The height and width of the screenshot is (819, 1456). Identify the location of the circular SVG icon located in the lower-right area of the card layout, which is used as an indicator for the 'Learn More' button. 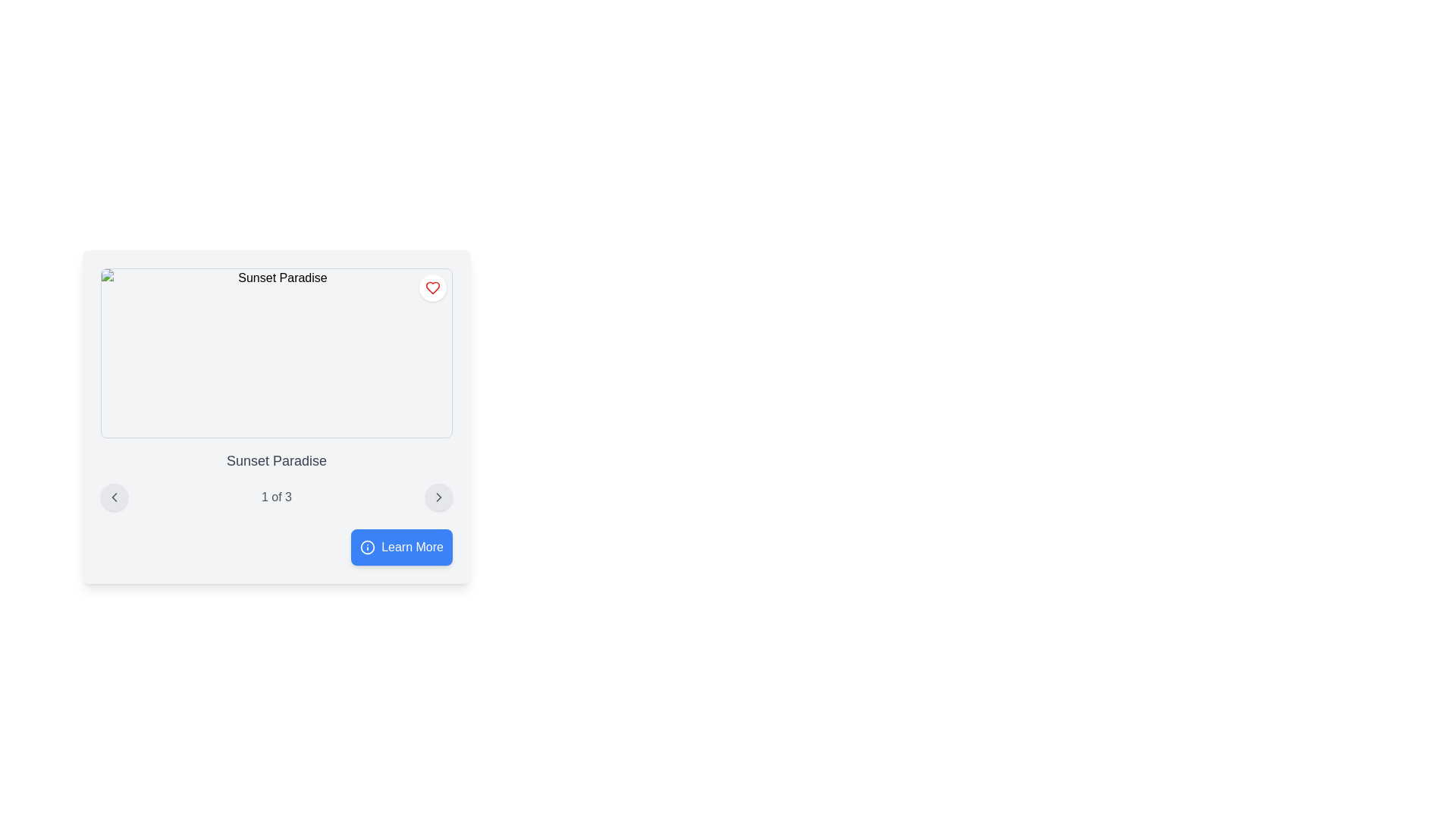
(368, 547).